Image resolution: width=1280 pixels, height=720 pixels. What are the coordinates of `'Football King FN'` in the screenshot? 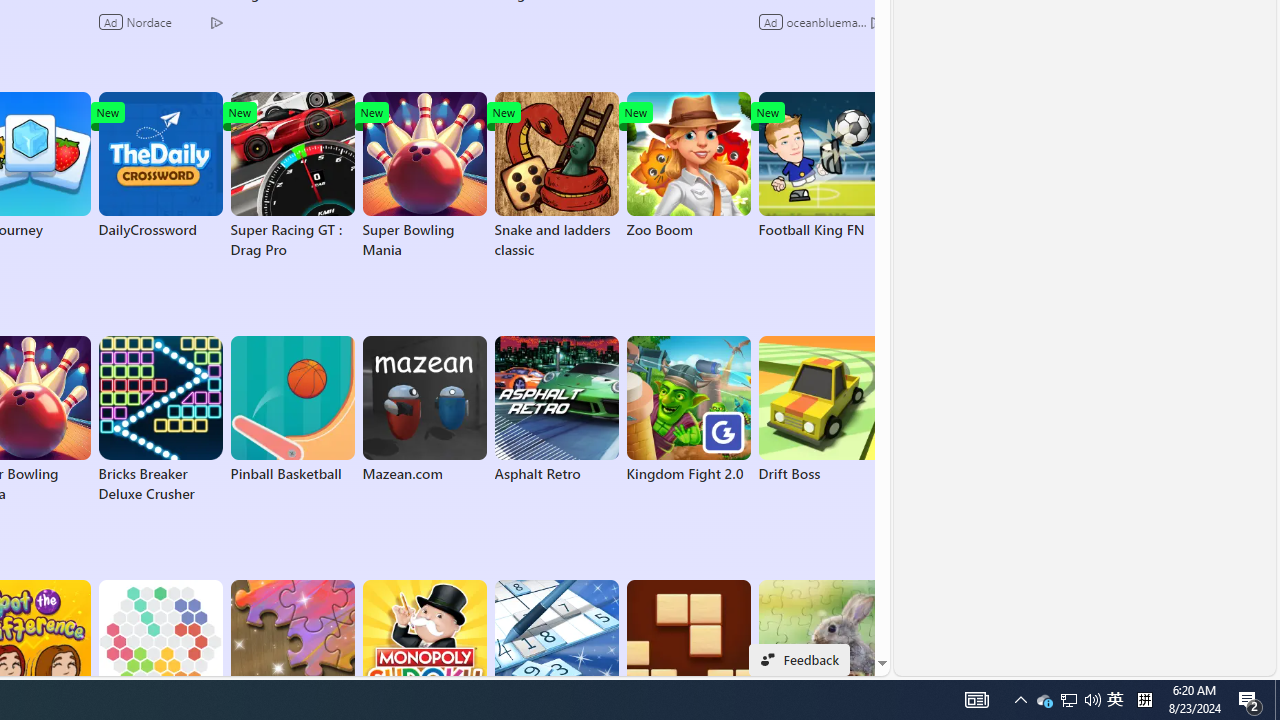 It's located at (820, 164).